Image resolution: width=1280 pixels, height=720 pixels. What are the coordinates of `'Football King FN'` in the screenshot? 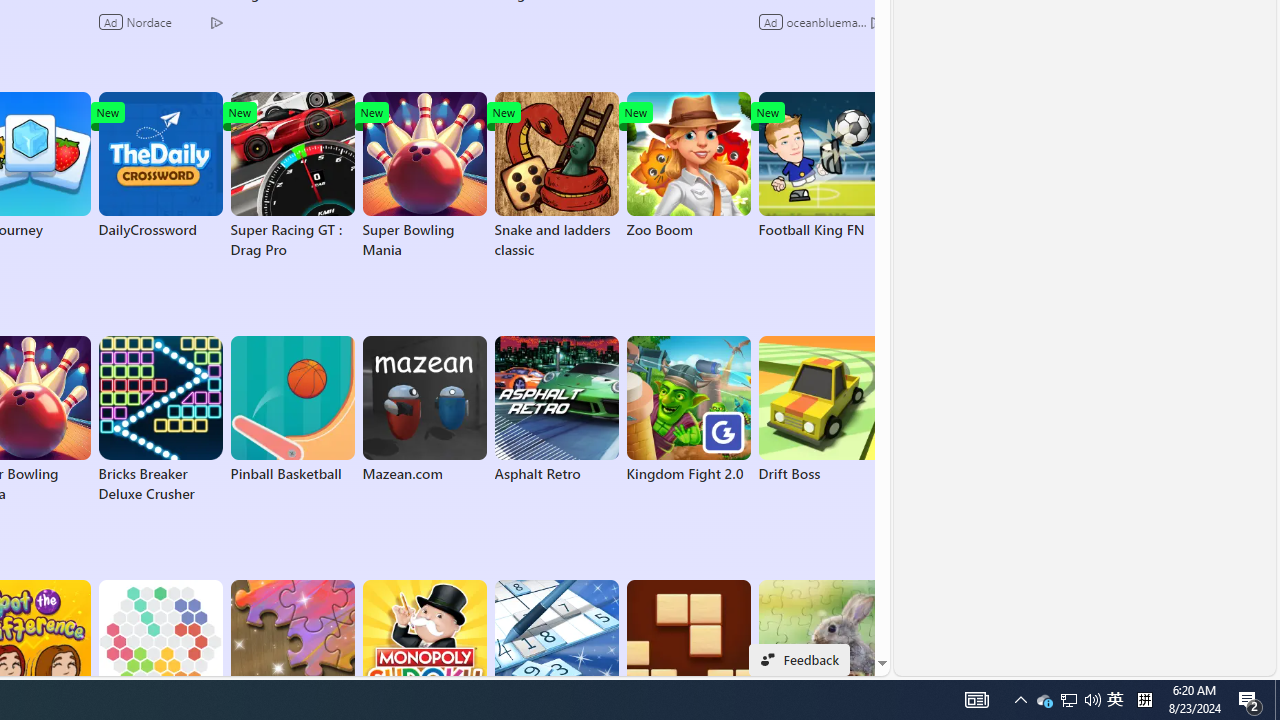 It's located at (820, 164).